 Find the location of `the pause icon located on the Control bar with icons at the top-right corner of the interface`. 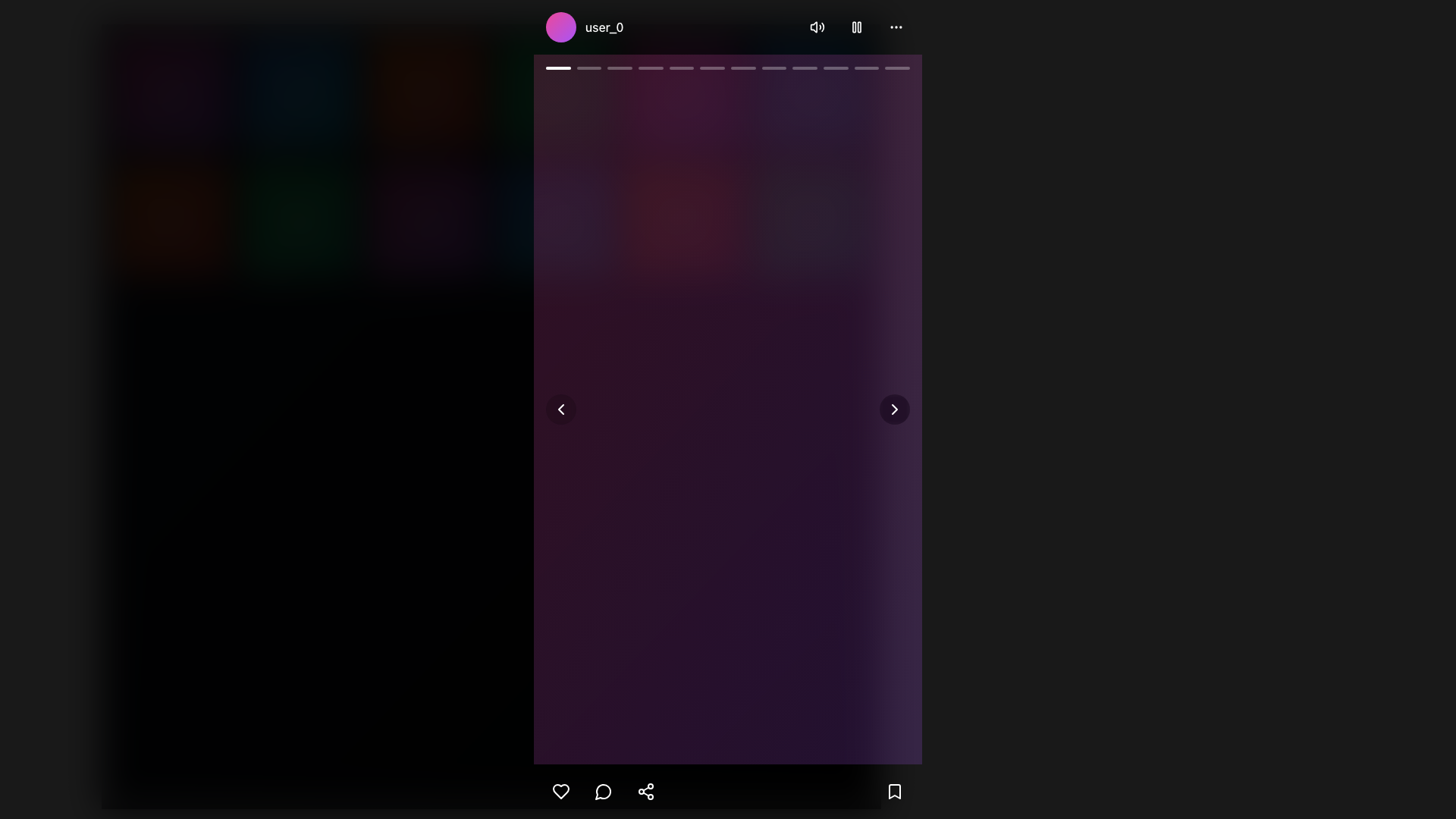

the pause icon located on the Control bar with icons at the top-right corner of the interface is located at coordinates (856, 27).